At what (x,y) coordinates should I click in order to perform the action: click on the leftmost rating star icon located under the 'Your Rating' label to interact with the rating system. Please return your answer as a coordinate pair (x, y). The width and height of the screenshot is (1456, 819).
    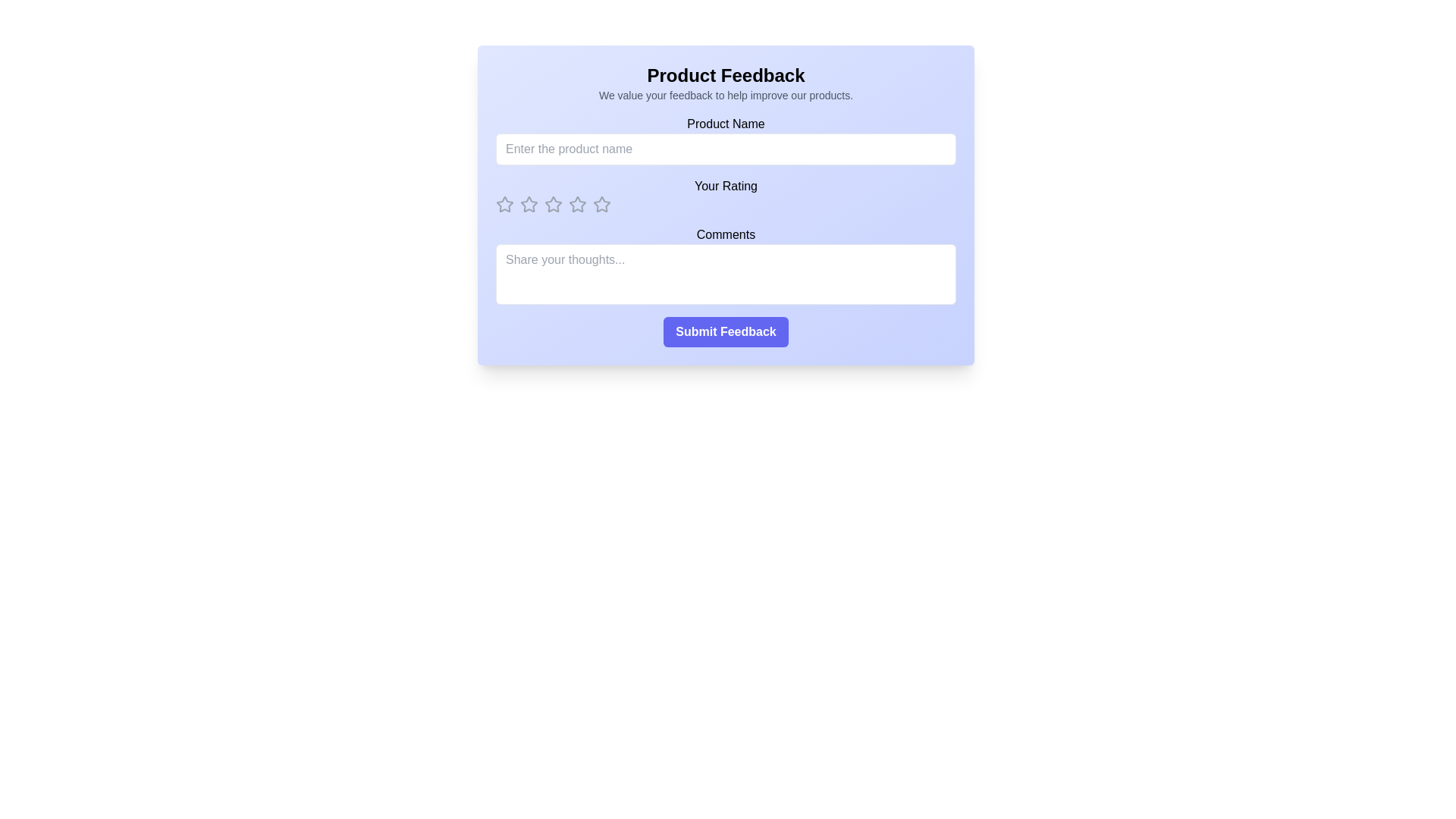
    Looking at the image, I should click on (505, 203).